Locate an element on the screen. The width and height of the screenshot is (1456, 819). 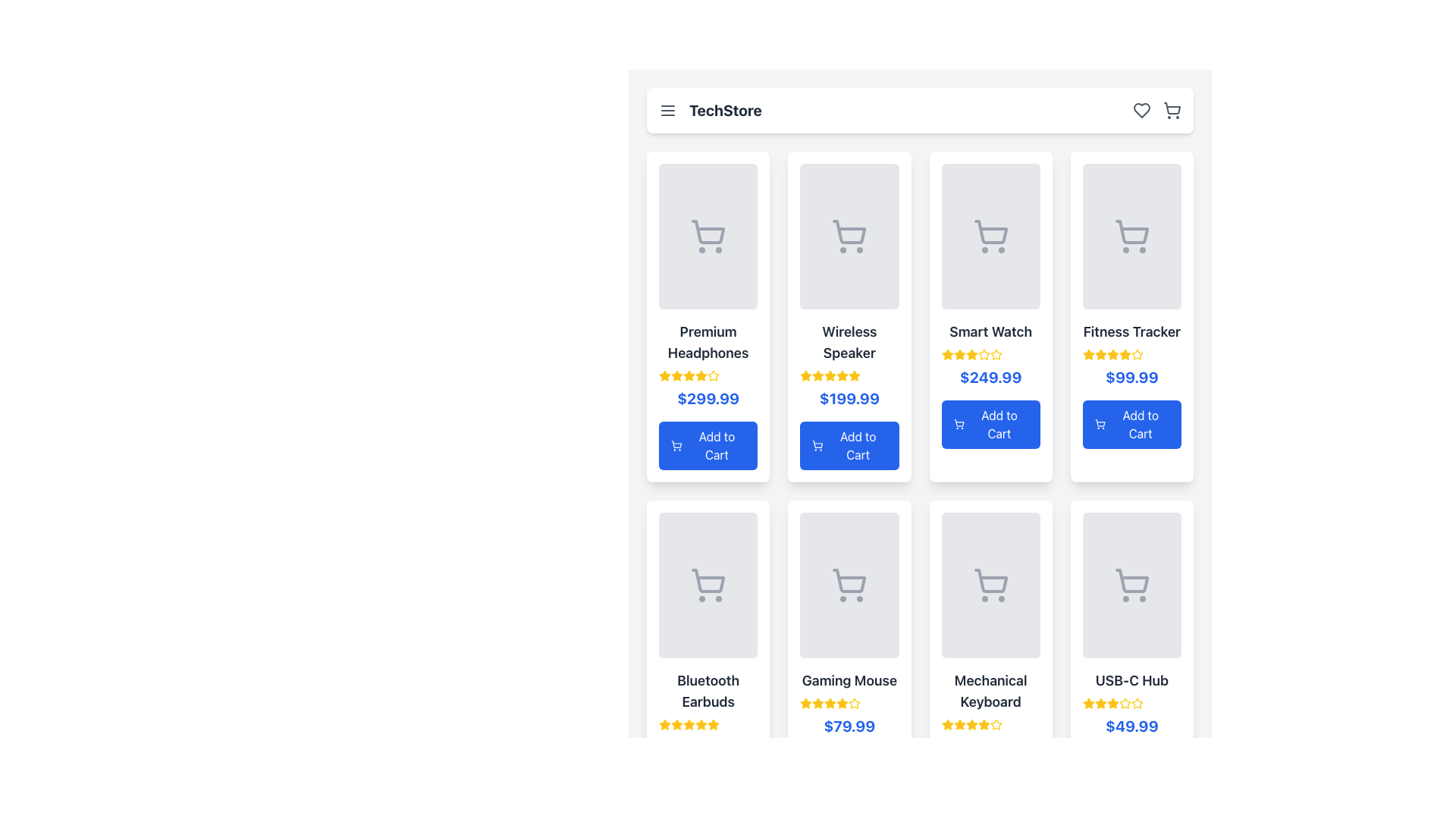
the yellow star icon representing a rating unit for the 'Gaming Mouse' to potentially alter the rating is located at coordinates (842, 703).